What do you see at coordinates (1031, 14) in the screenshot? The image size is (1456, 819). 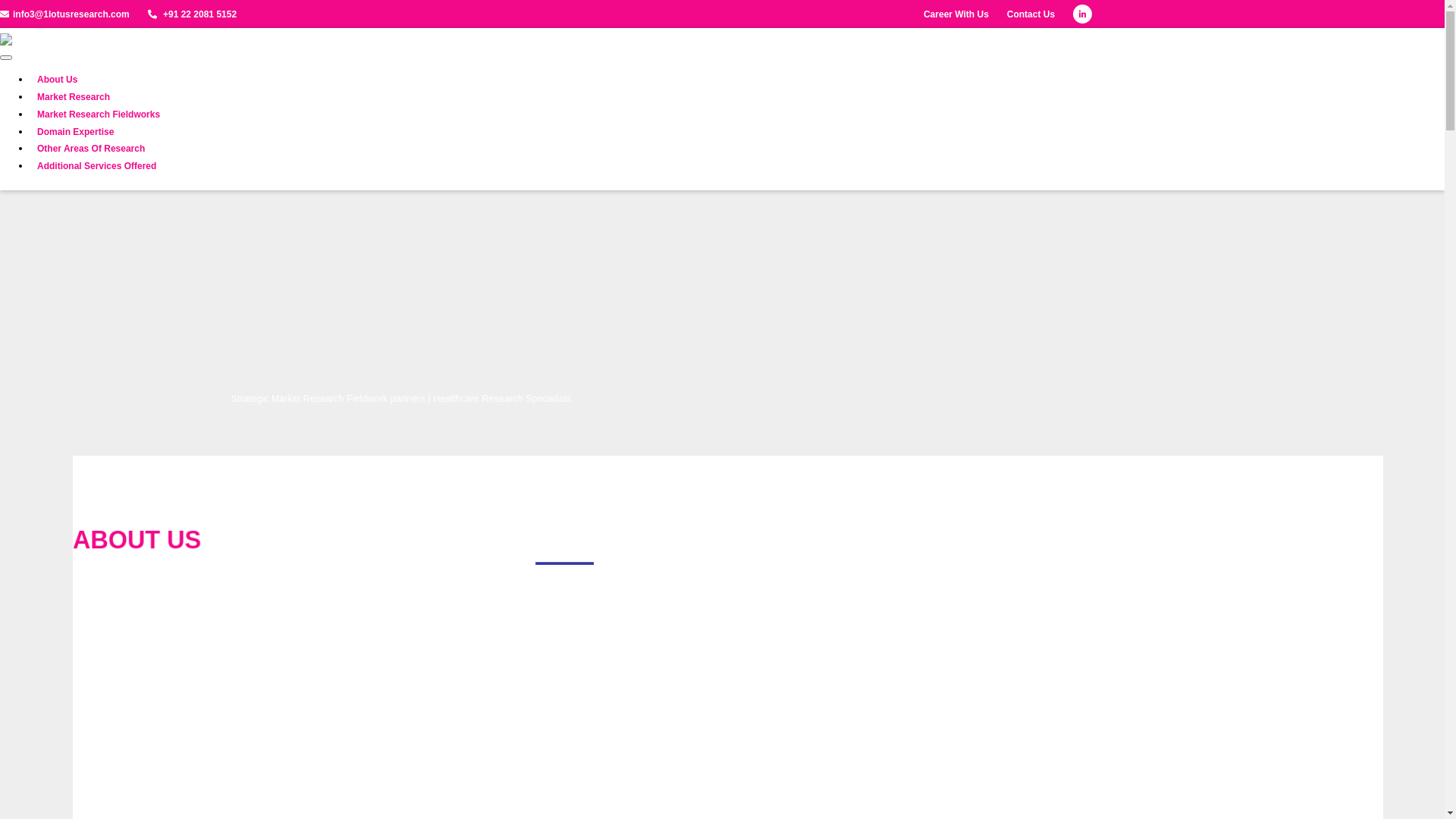 I see `'Contact Us'` at bounding box center [1031, 14].